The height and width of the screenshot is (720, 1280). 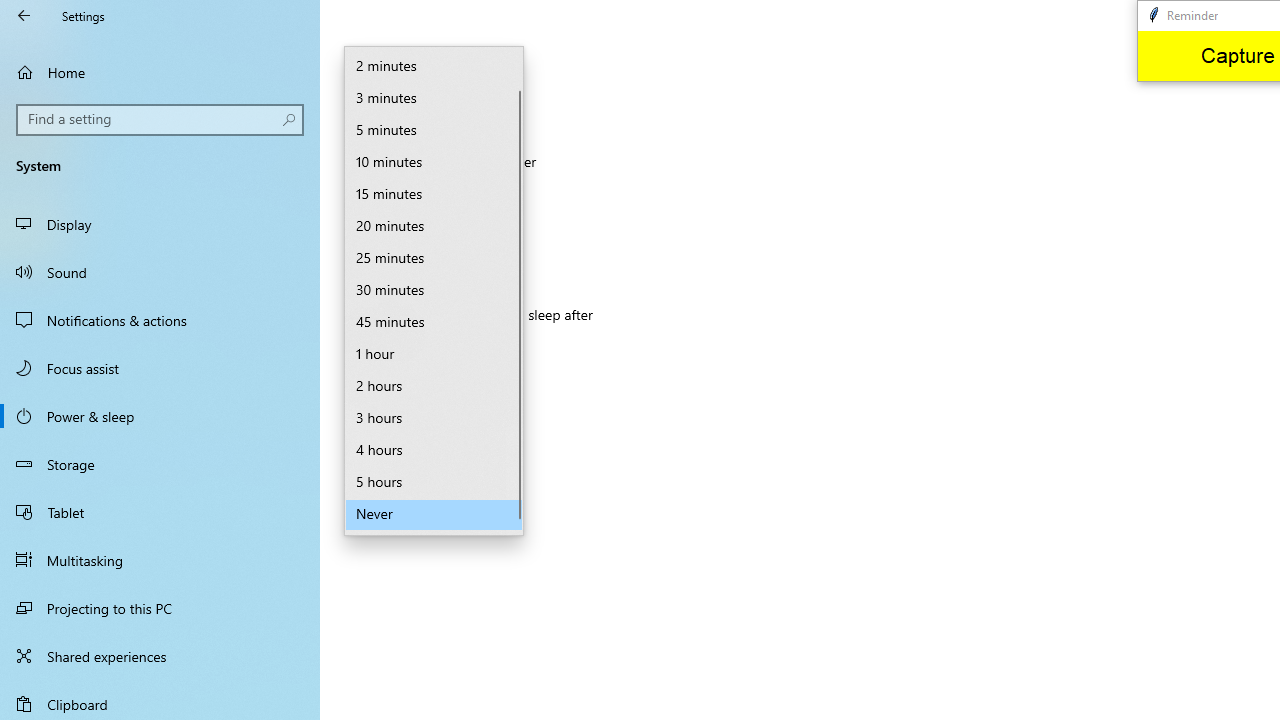 I want to click on '25 minutes', so click(x=433, y=258).